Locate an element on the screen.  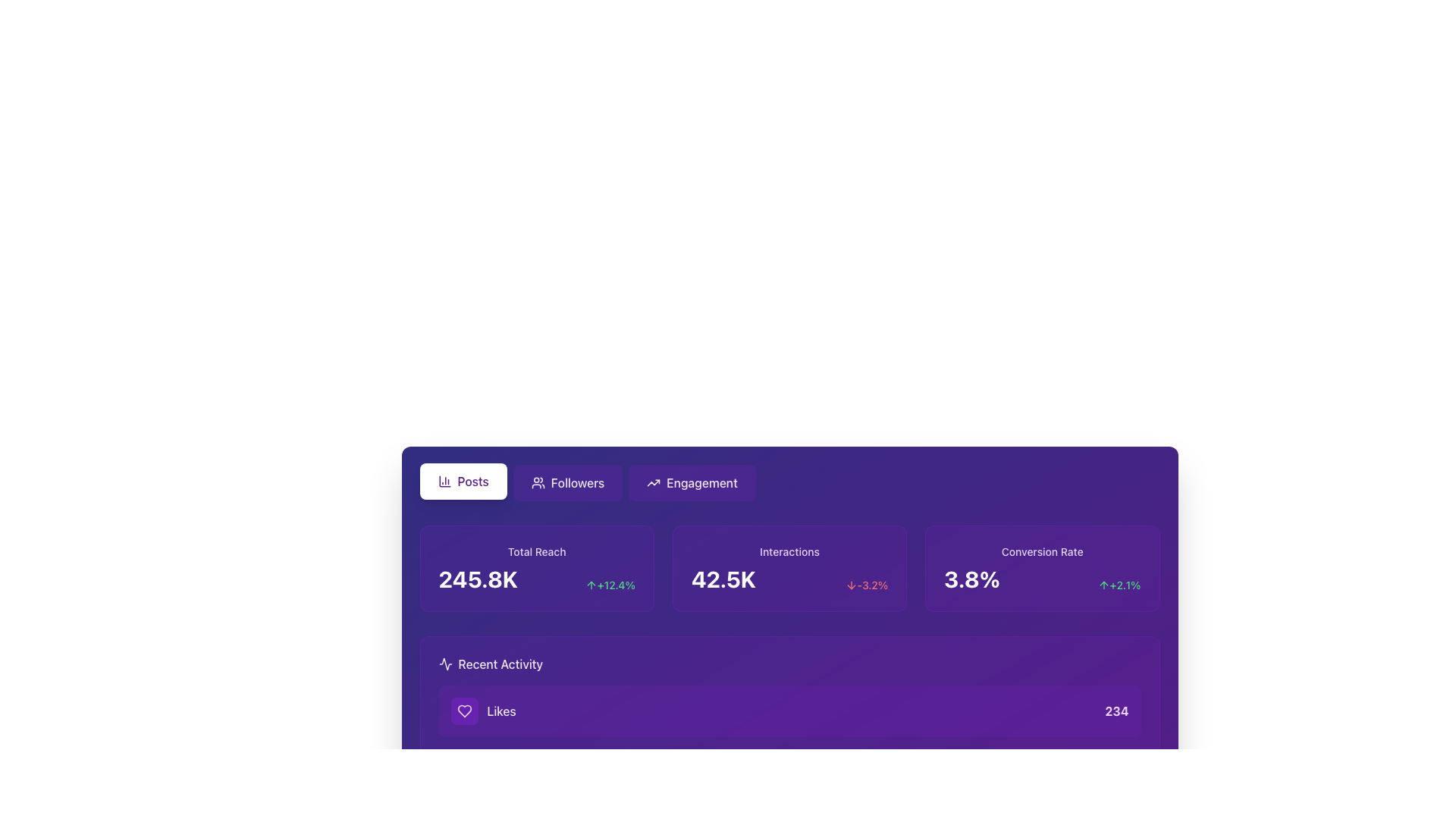
the text element indicating a positive trend in conversion rate, which shows '3.8%' and is located in the top right of the metrics card is located at coordinates (1119, 584).